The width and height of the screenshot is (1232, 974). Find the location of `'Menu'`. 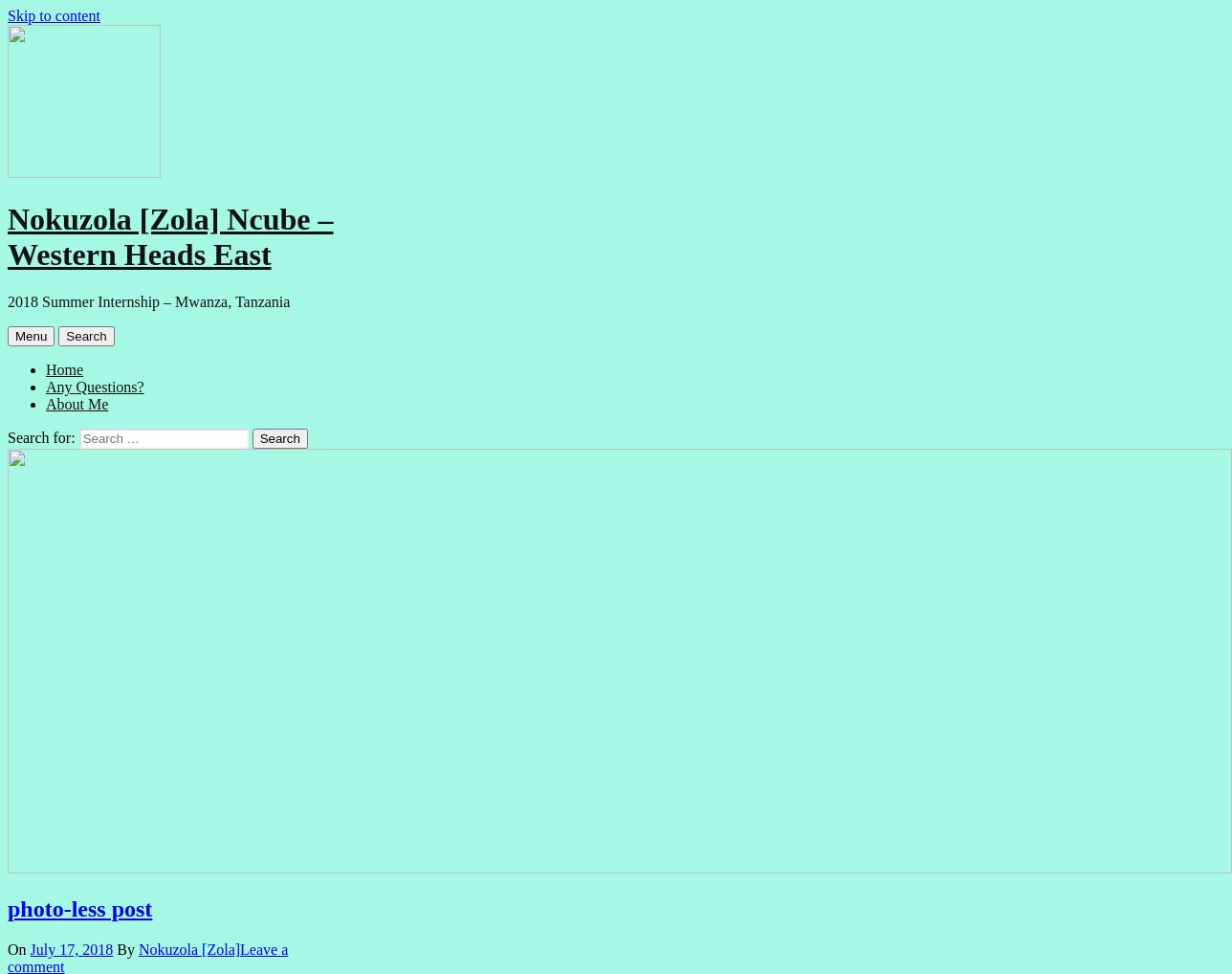

'Menu' is located at coordinates (30, 334).